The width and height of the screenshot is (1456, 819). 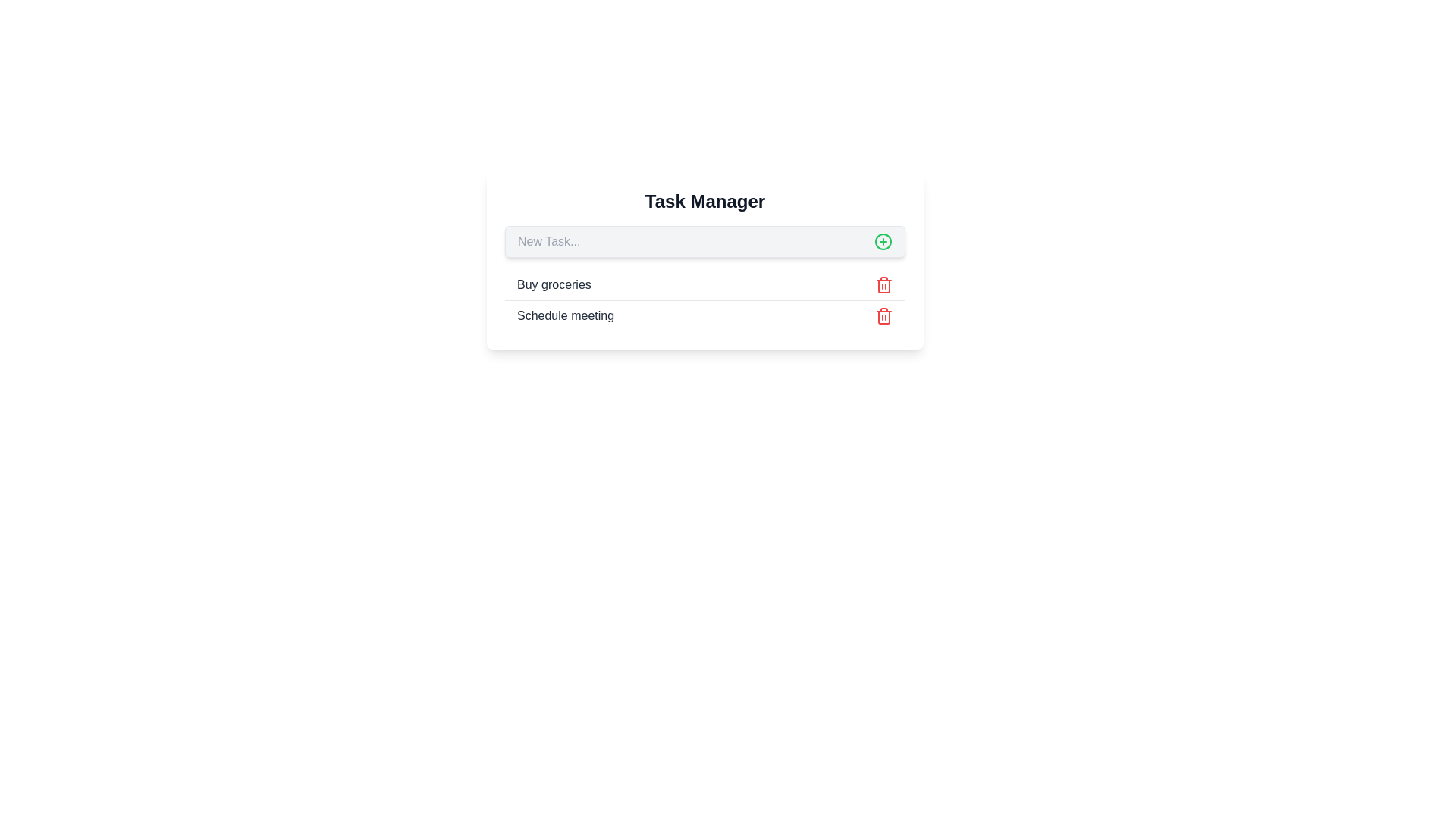 What do you see at coordinates (884, 284) in the screenshot?
I see `the delete button located to the far right of the 'Buy groceries' task in the task list` at bounding box center [884, 284].